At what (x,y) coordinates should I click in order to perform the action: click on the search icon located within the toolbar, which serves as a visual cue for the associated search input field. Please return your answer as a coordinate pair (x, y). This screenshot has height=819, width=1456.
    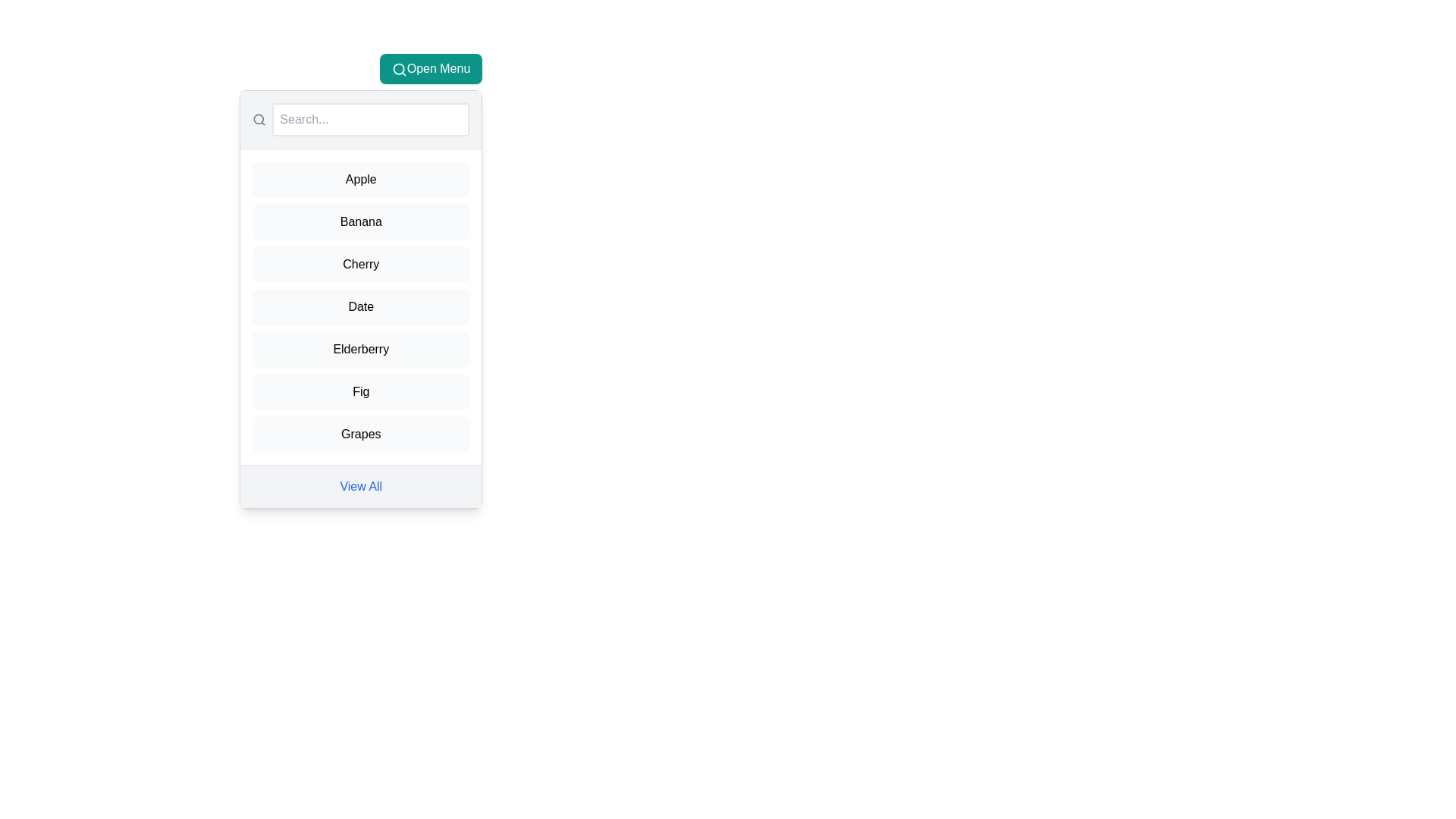
    Looking at the image, I should click on (259, 119).